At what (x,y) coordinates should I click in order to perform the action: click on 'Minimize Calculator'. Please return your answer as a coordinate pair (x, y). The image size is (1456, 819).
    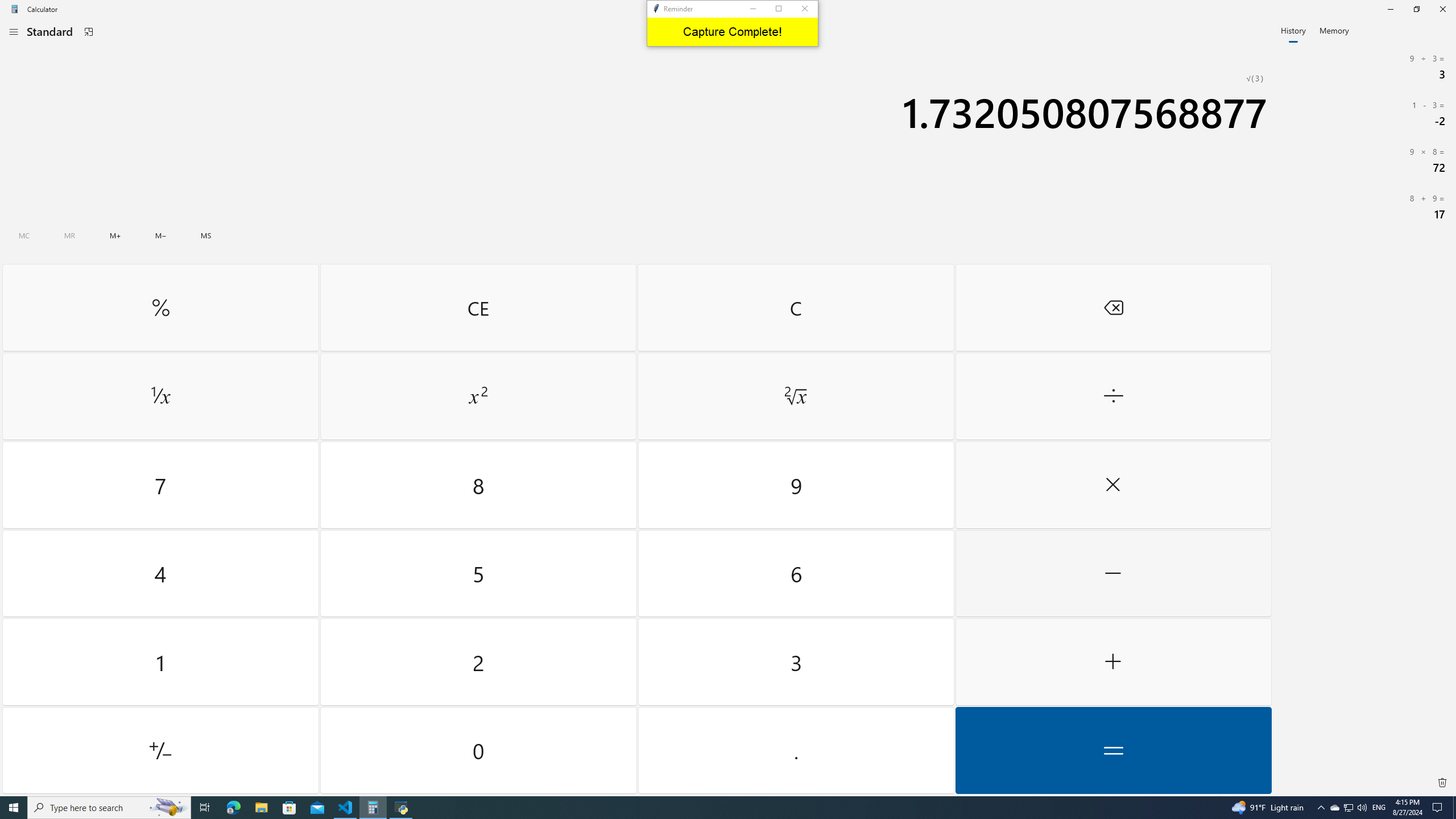
    Looking at the image, I should click on (1389, 9).